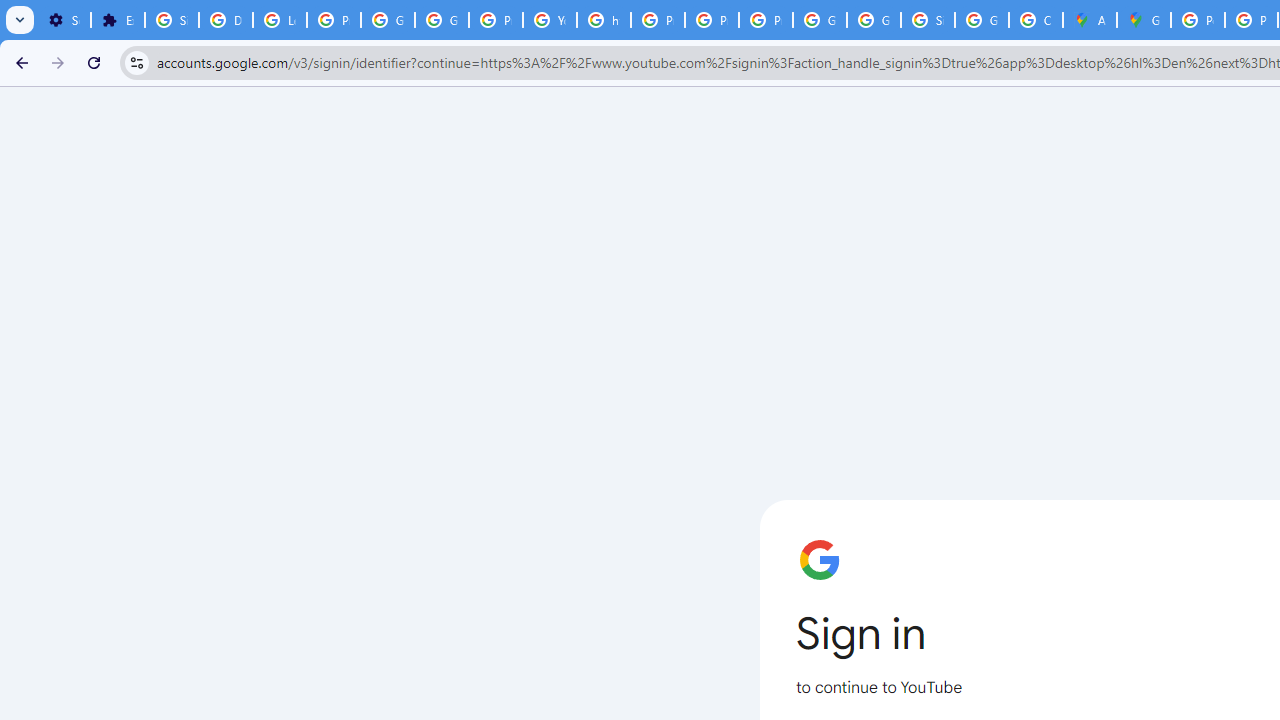  I want to click on 'Extensions', so click(116, 20).